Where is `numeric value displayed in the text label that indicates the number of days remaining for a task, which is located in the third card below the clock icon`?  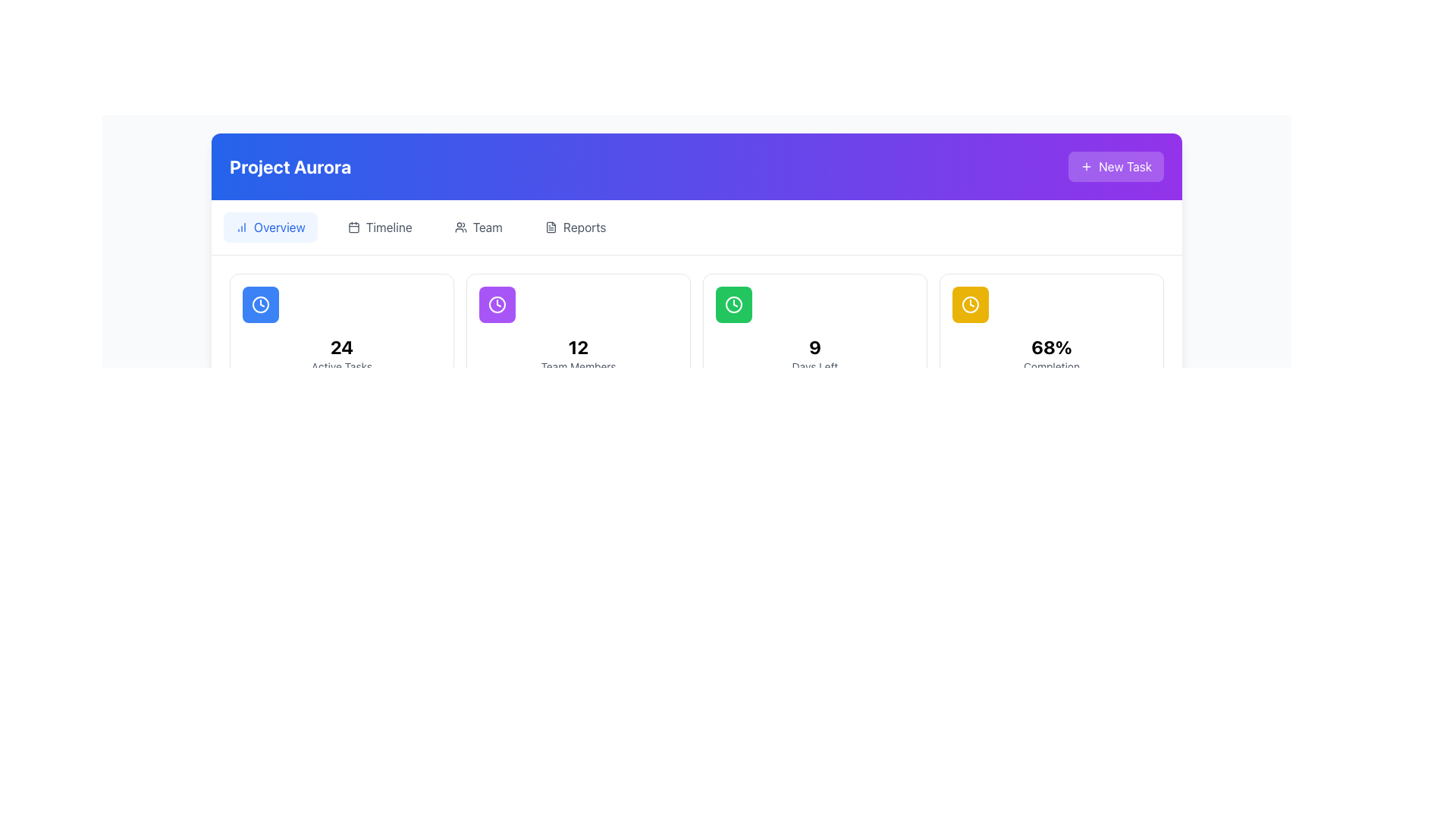 numeric value displayed in the text label that indicates the number of days remaining for a task, which is located in the third card below the clock icon is located at coordinates (814, 347).